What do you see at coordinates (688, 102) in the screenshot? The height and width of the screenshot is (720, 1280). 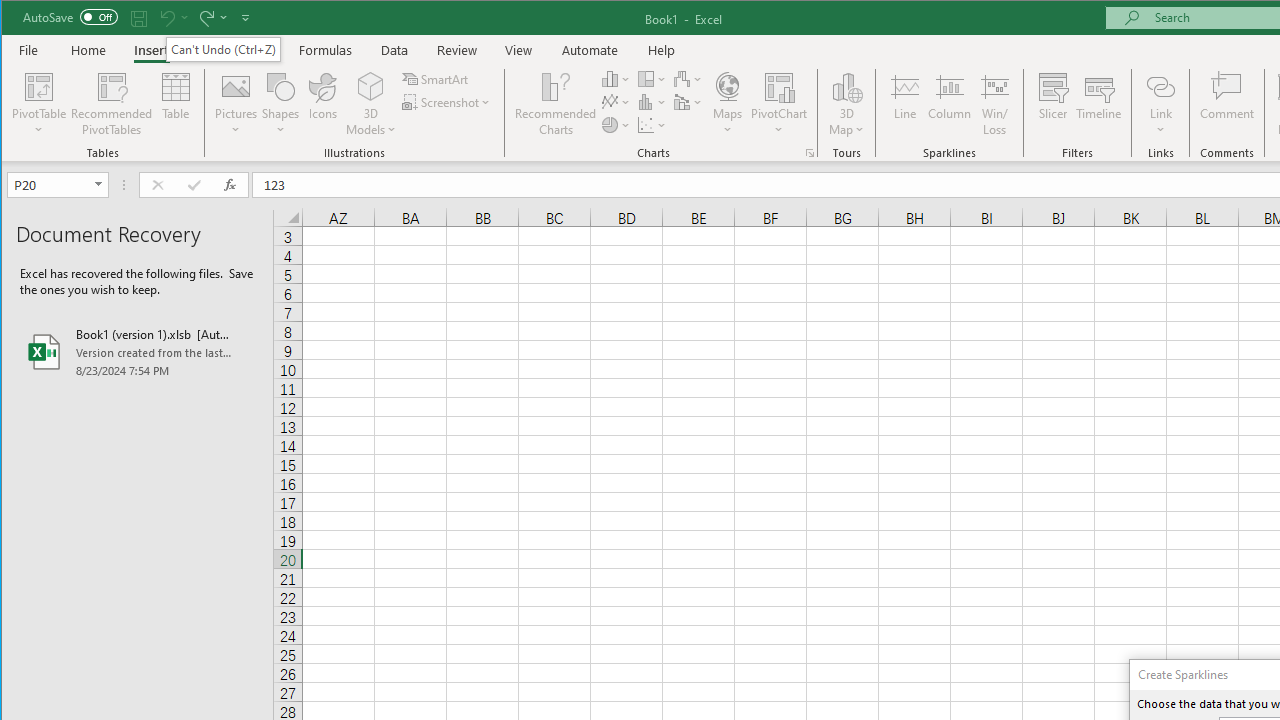 I see `'Insert Combo Chart'` at bounding box center [688, 102].